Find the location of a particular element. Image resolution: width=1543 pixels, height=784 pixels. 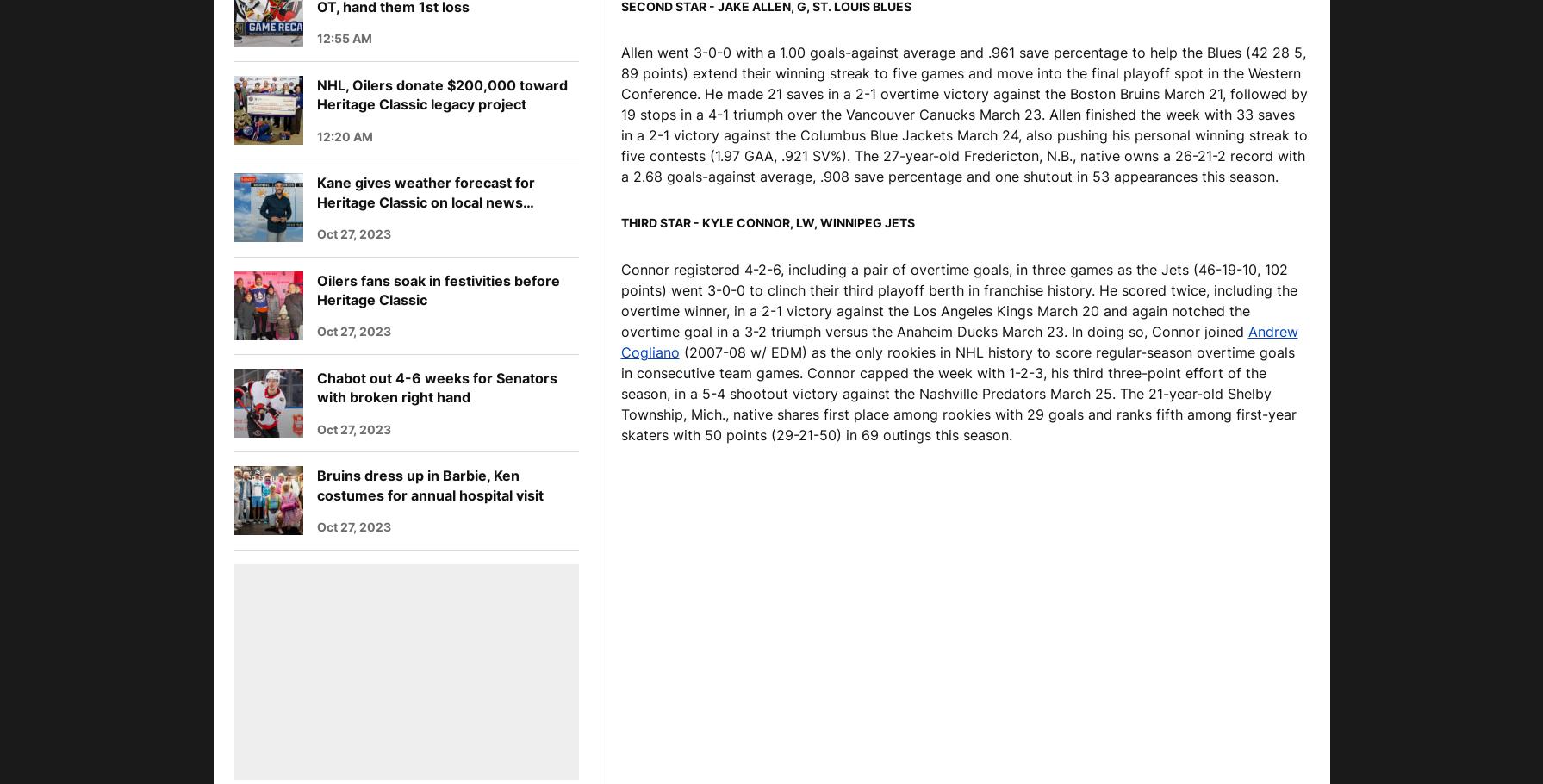

'Andrew Cogliano' is located at coordinates (957, 340).